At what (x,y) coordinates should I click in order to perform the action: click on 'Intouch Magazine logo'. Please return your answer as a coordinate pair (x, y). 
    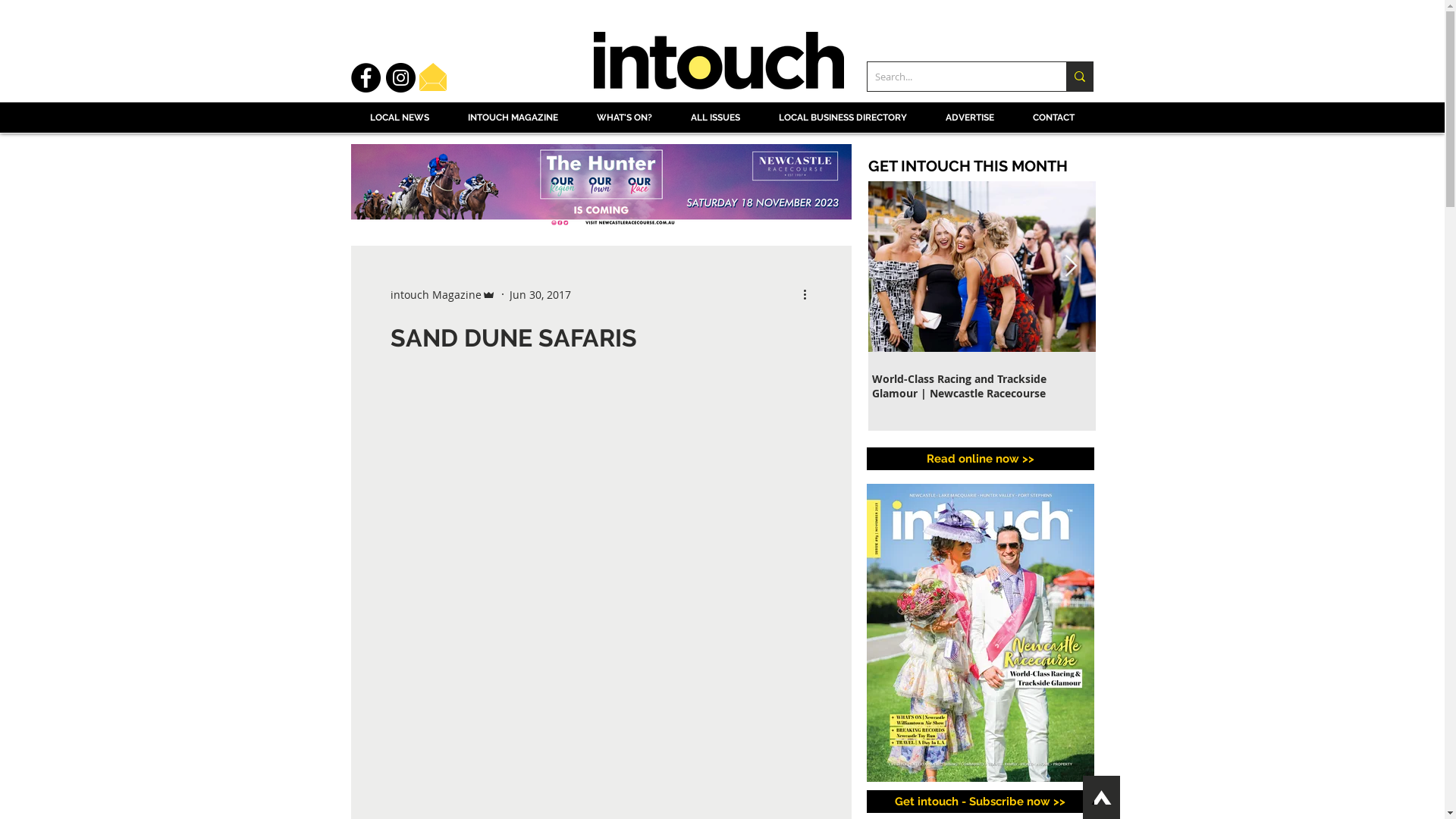
    Looking at the image, I should click on (717, 61).